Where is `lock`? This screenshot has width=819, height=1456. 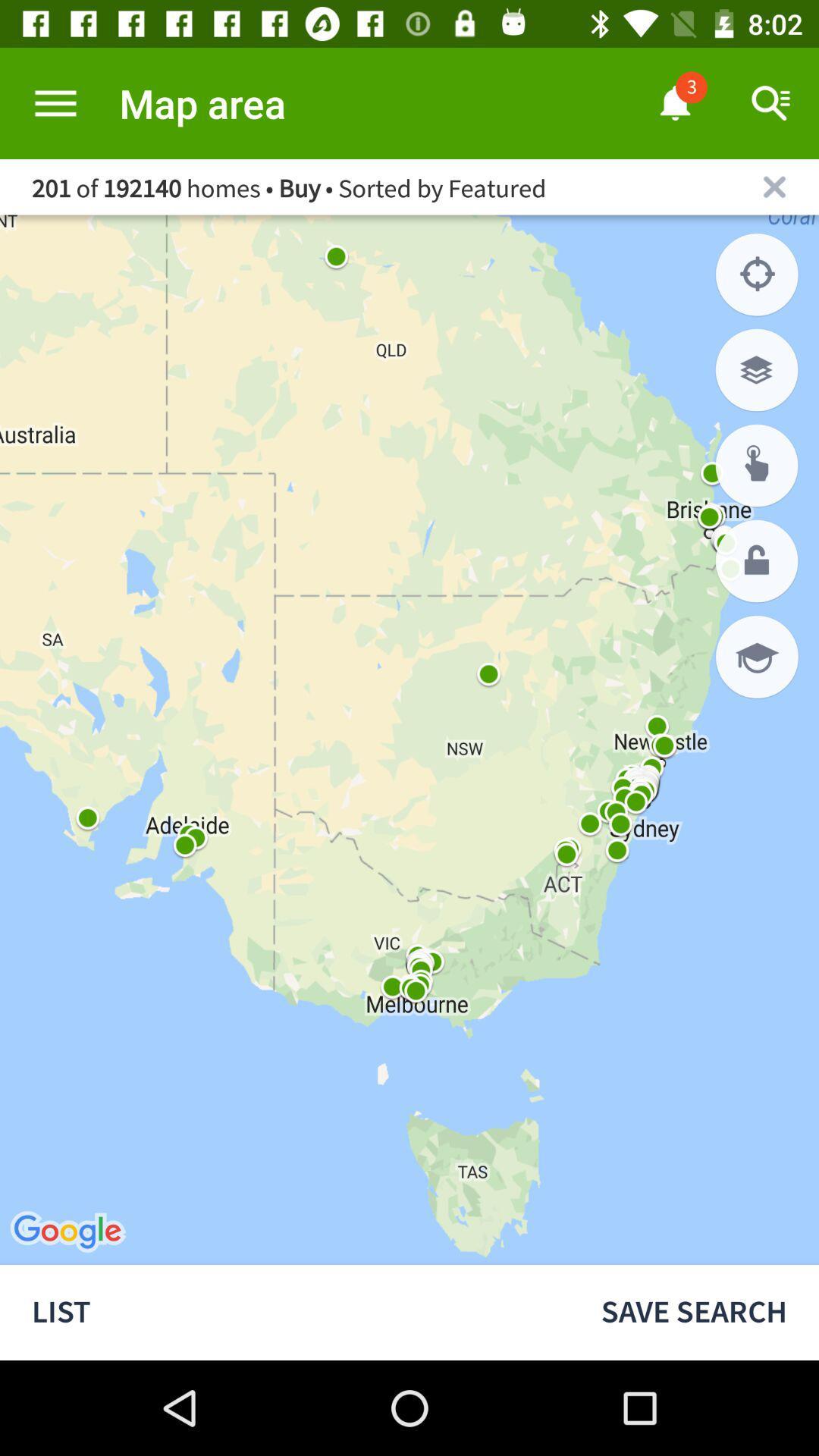 lock is located at coordinates (757, 560).